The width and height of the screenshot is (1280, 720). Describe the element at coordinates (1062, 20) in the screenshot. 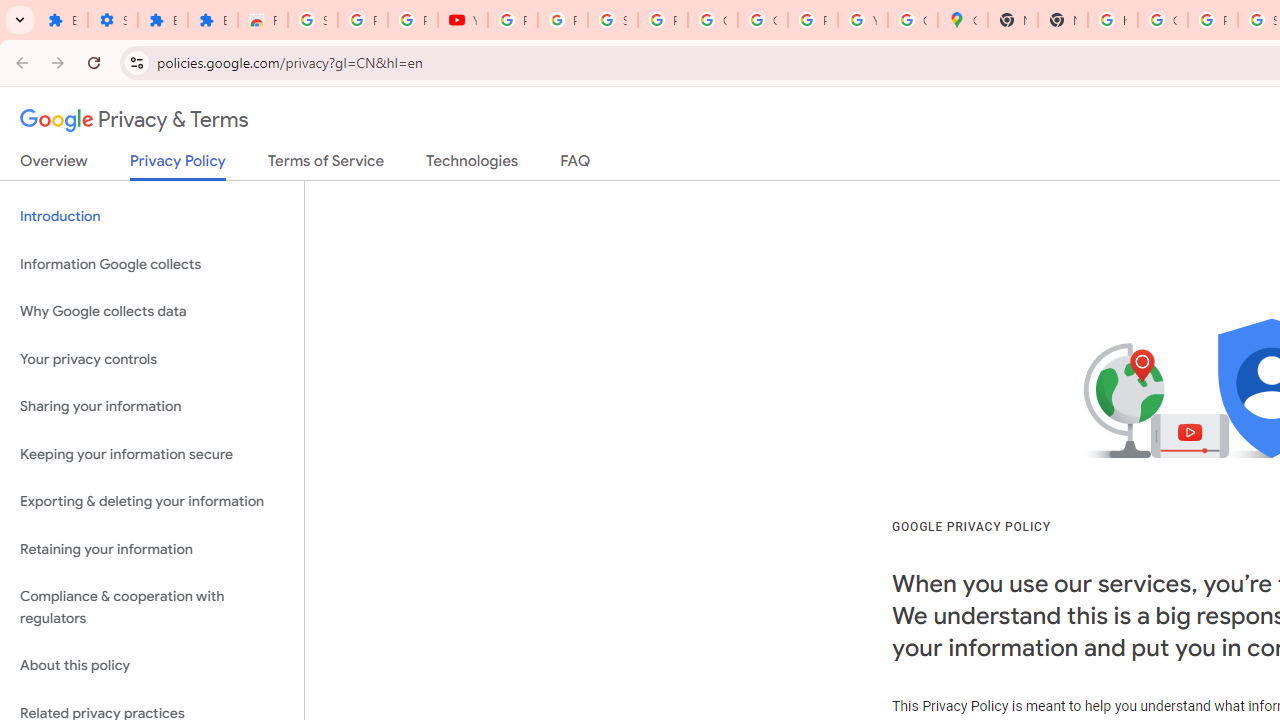

I see `'New Tab'` at that location.